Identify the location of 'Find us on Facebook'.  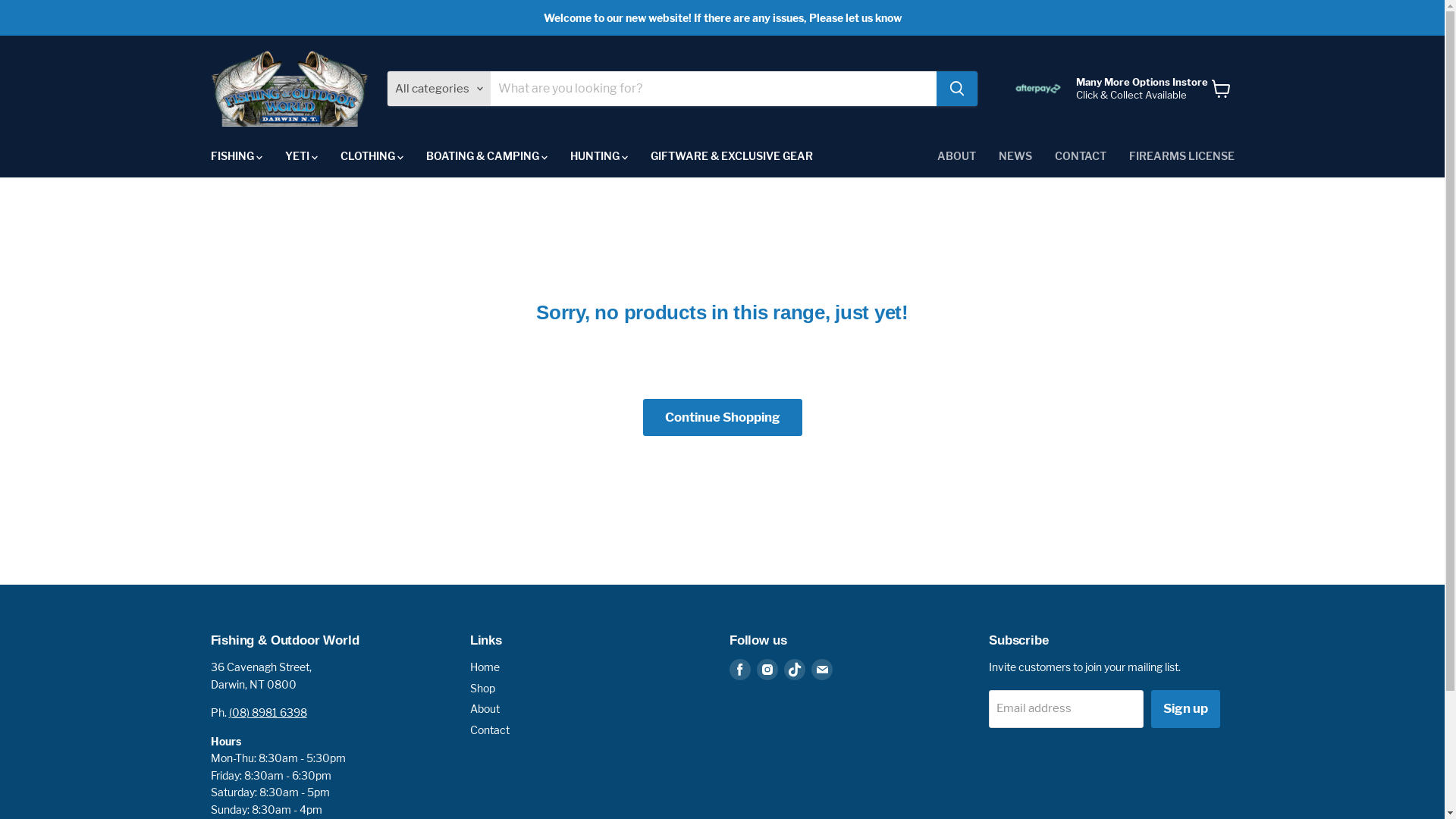
(739, 669).